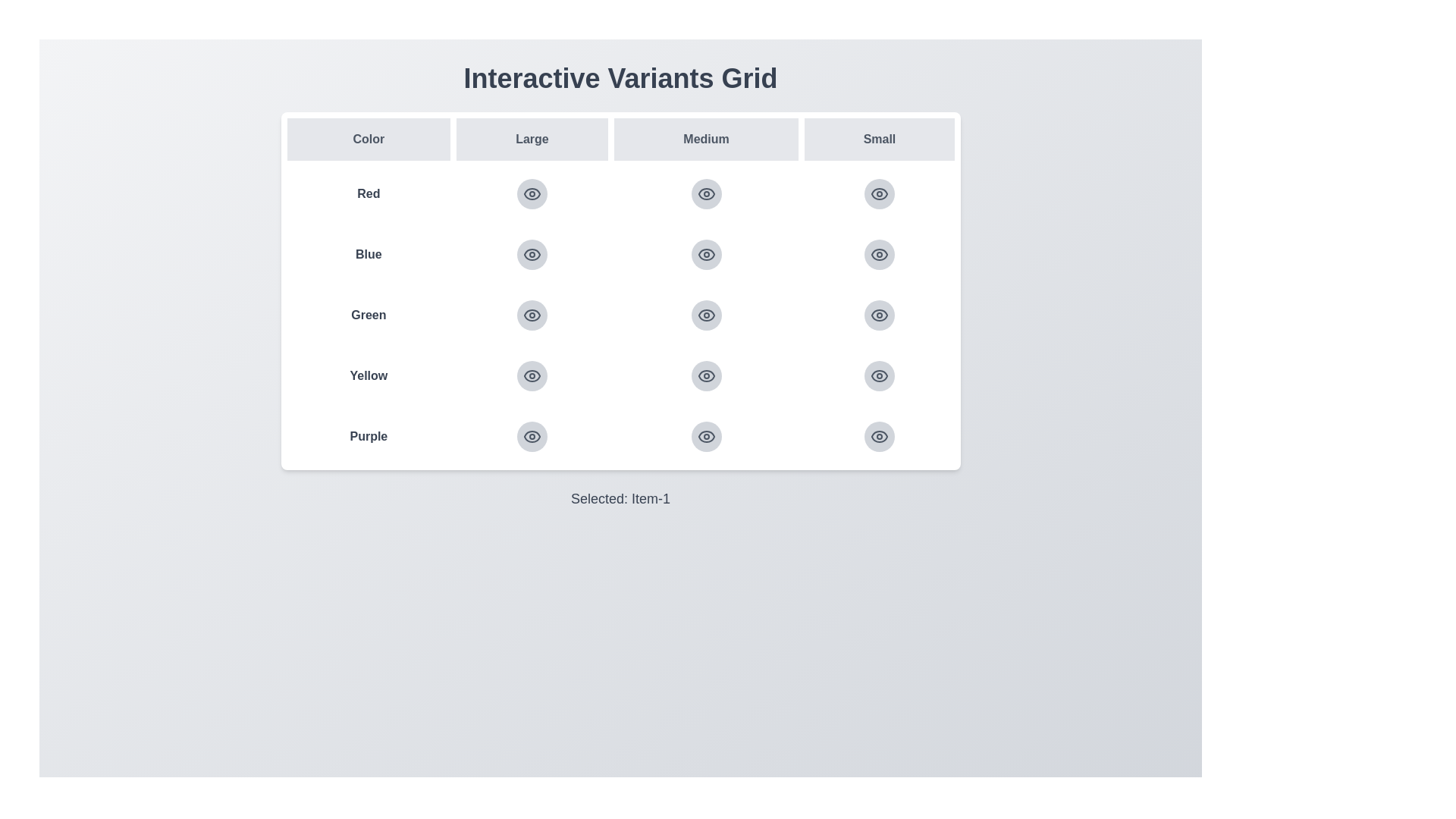  What do you see at coordinates (705, 436) in the screenshot?
I see `the visibility icon located in the last row, third column of the grid component, which is visually enclosed within a circular background` at bounding box center [705, 436].